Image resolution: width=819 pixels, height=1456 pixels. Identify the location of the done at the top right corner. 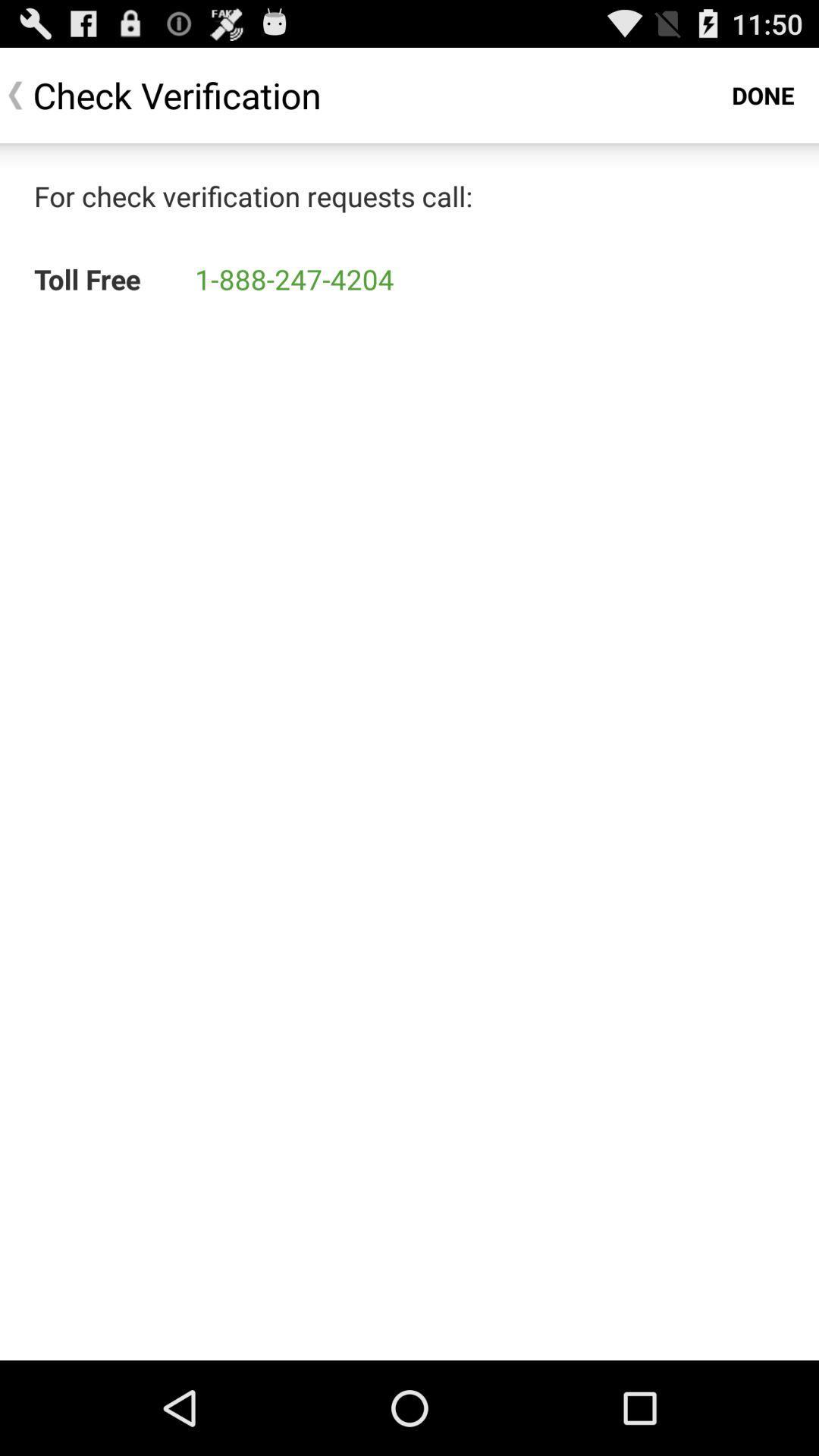
(763, 94).